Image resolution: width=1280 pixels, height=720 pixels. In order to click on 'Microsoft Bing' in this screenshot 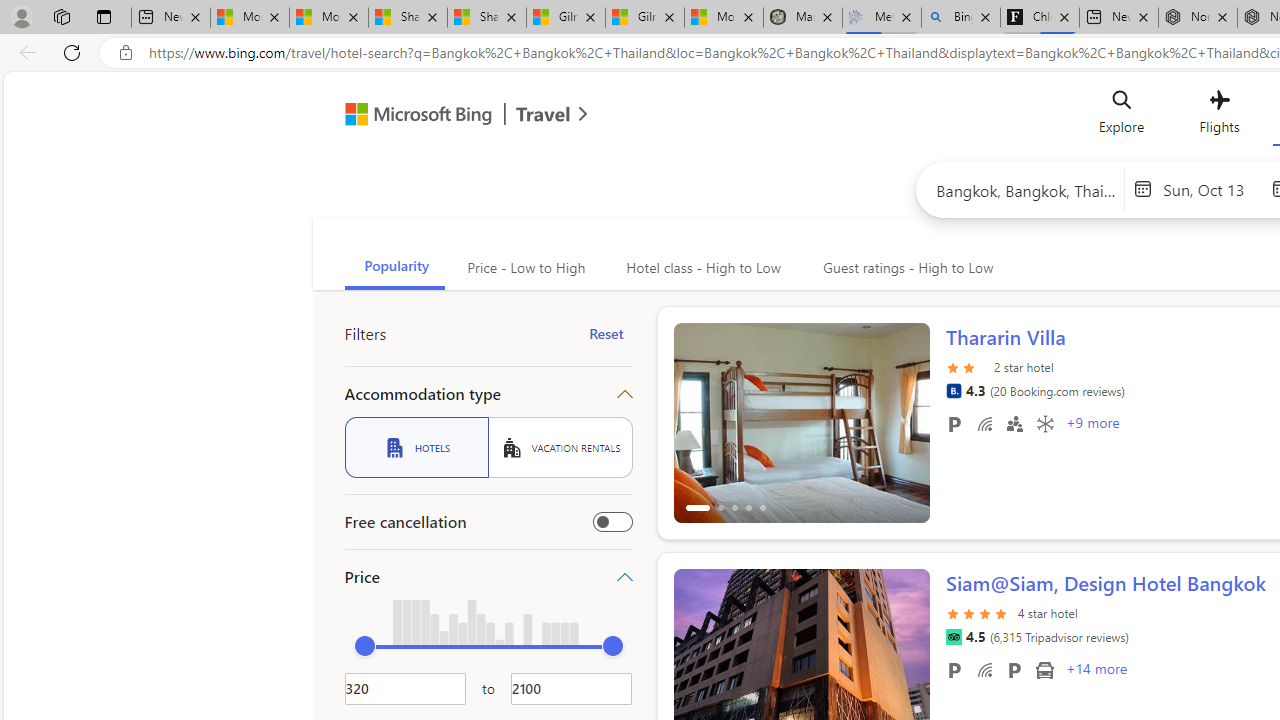, I will do `click(409, 117)`.